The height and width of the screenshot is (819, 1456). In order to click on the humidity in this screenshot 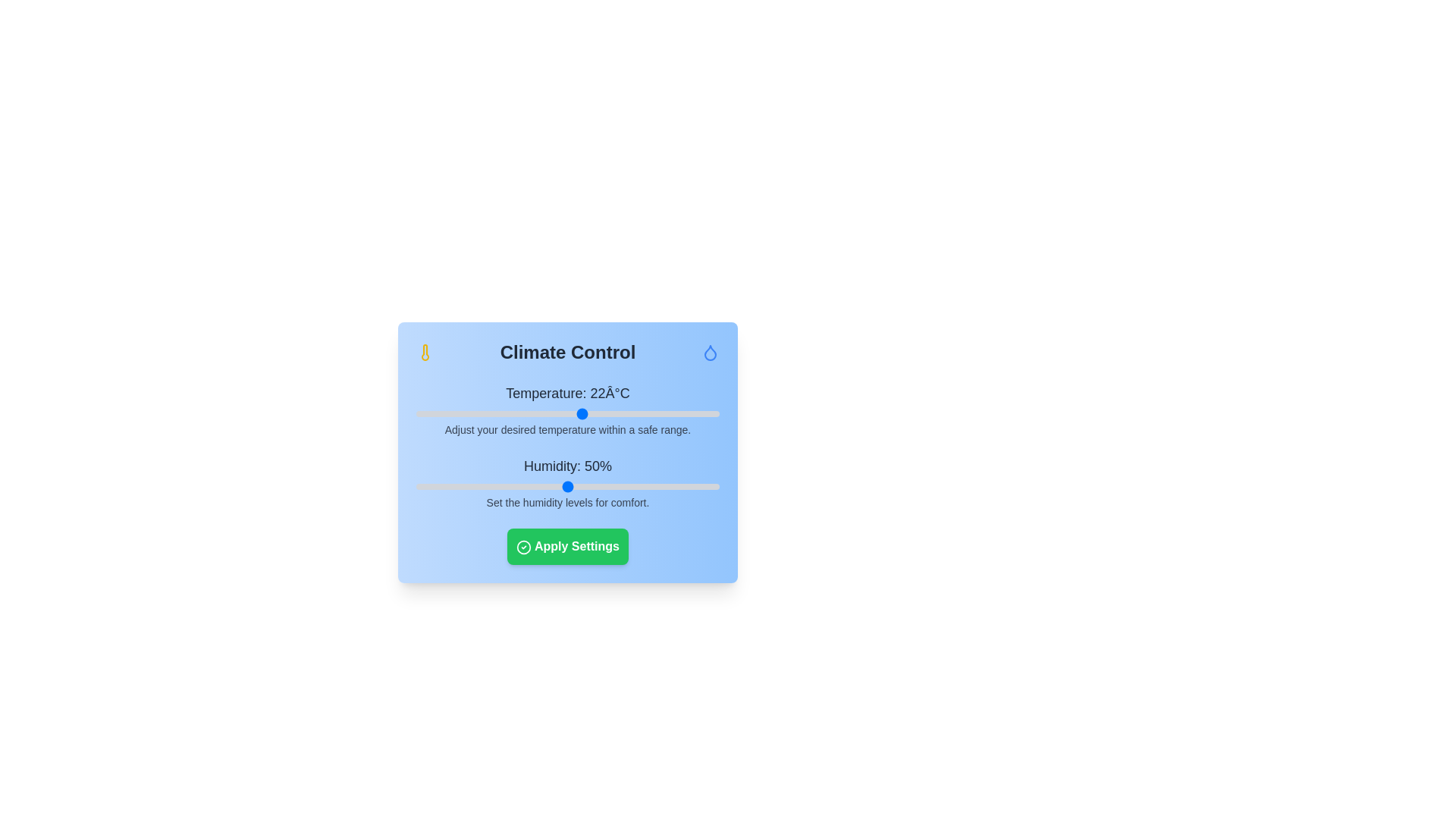, I will do `click(494, 486)`.